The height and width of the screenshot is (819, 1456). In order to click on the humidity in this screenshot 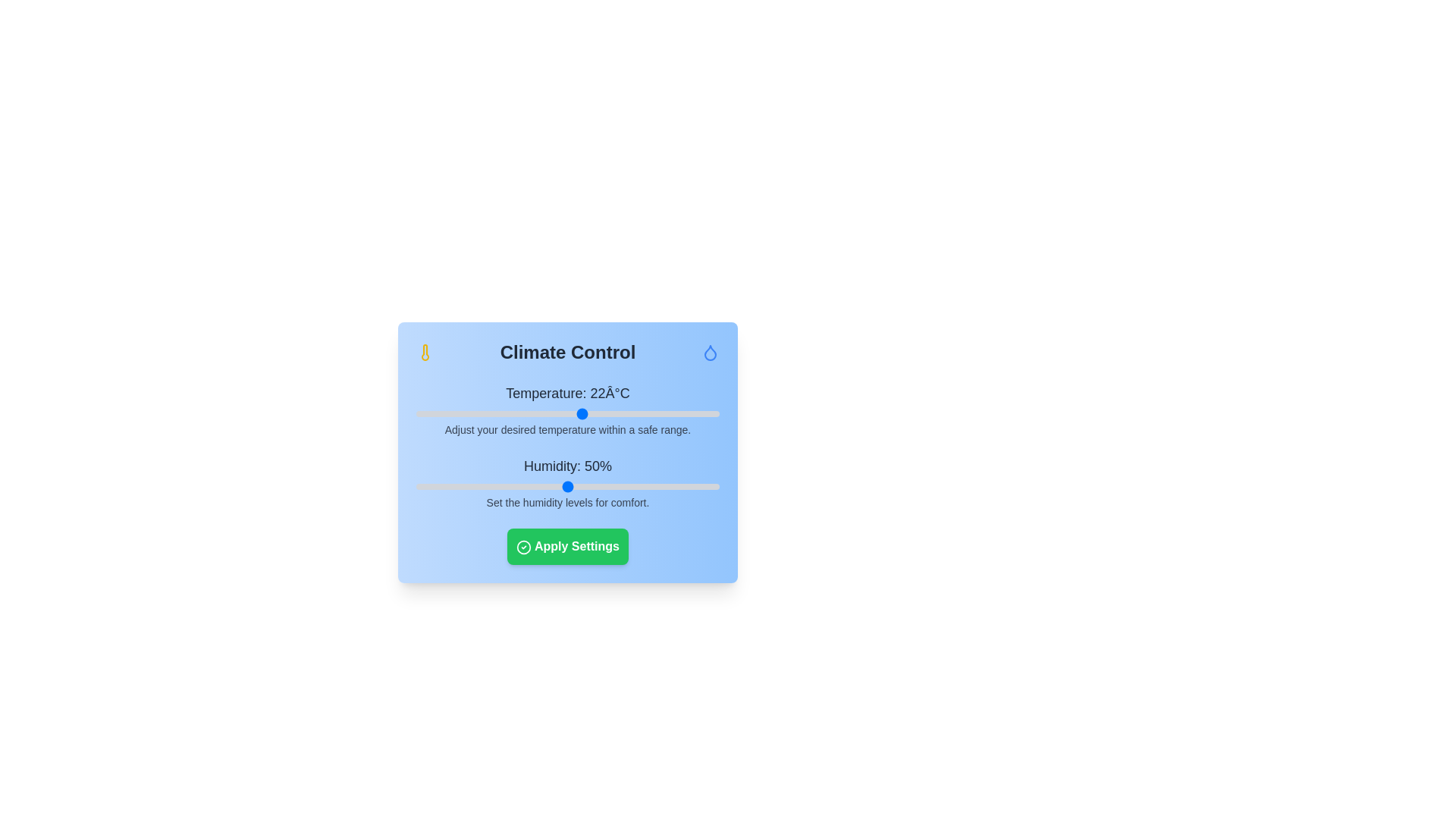, I will do `click(494, 486)`.